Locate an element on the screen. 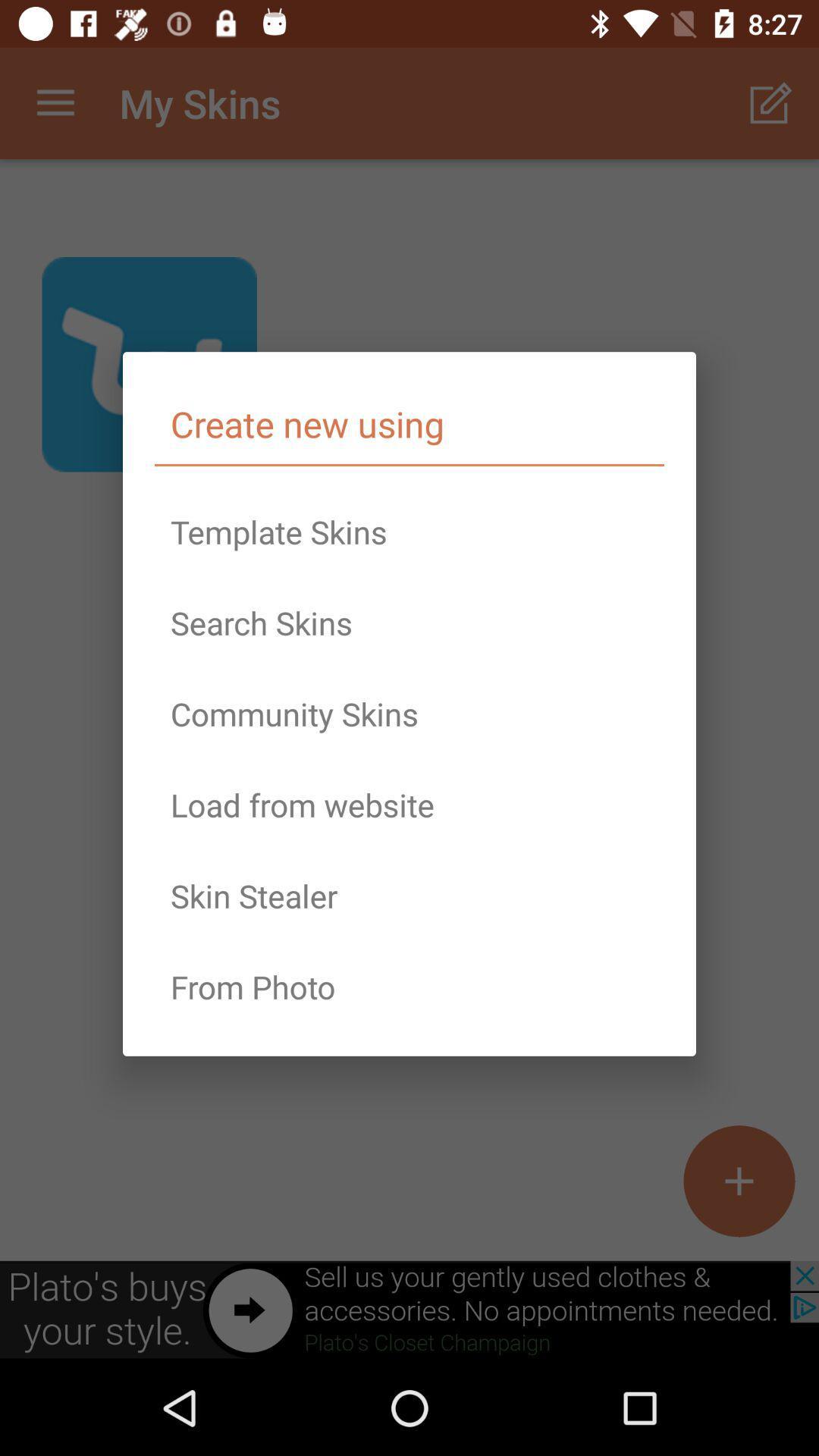 This screenshot has height=1456, width=819. the community skins icon is located at coordinates (409, 713).